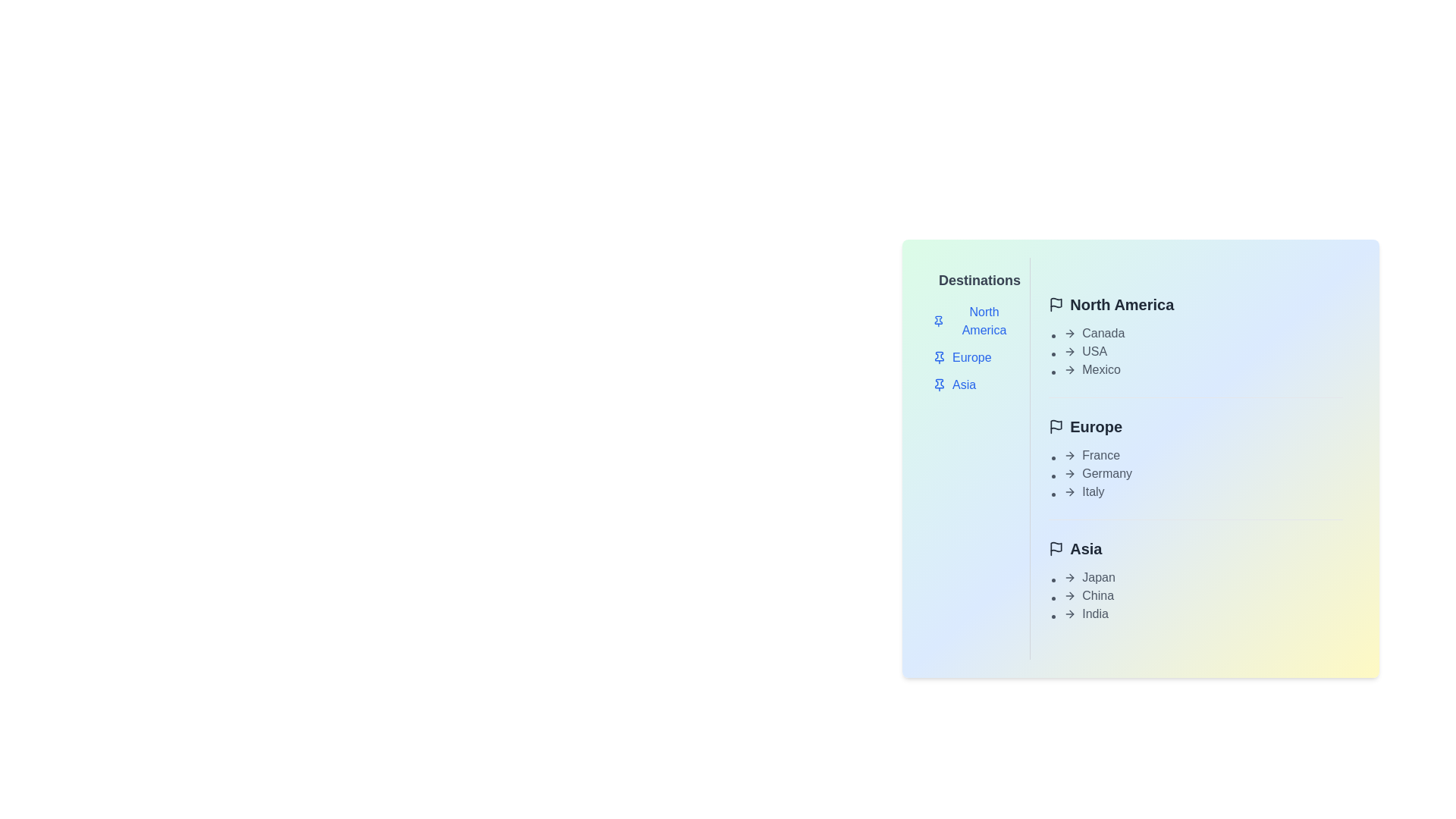 This screenshot has width=1456, height=819. I want to click on the rightward-pointing arrow icon adjacent to the text 'China', so click(1069, 595).